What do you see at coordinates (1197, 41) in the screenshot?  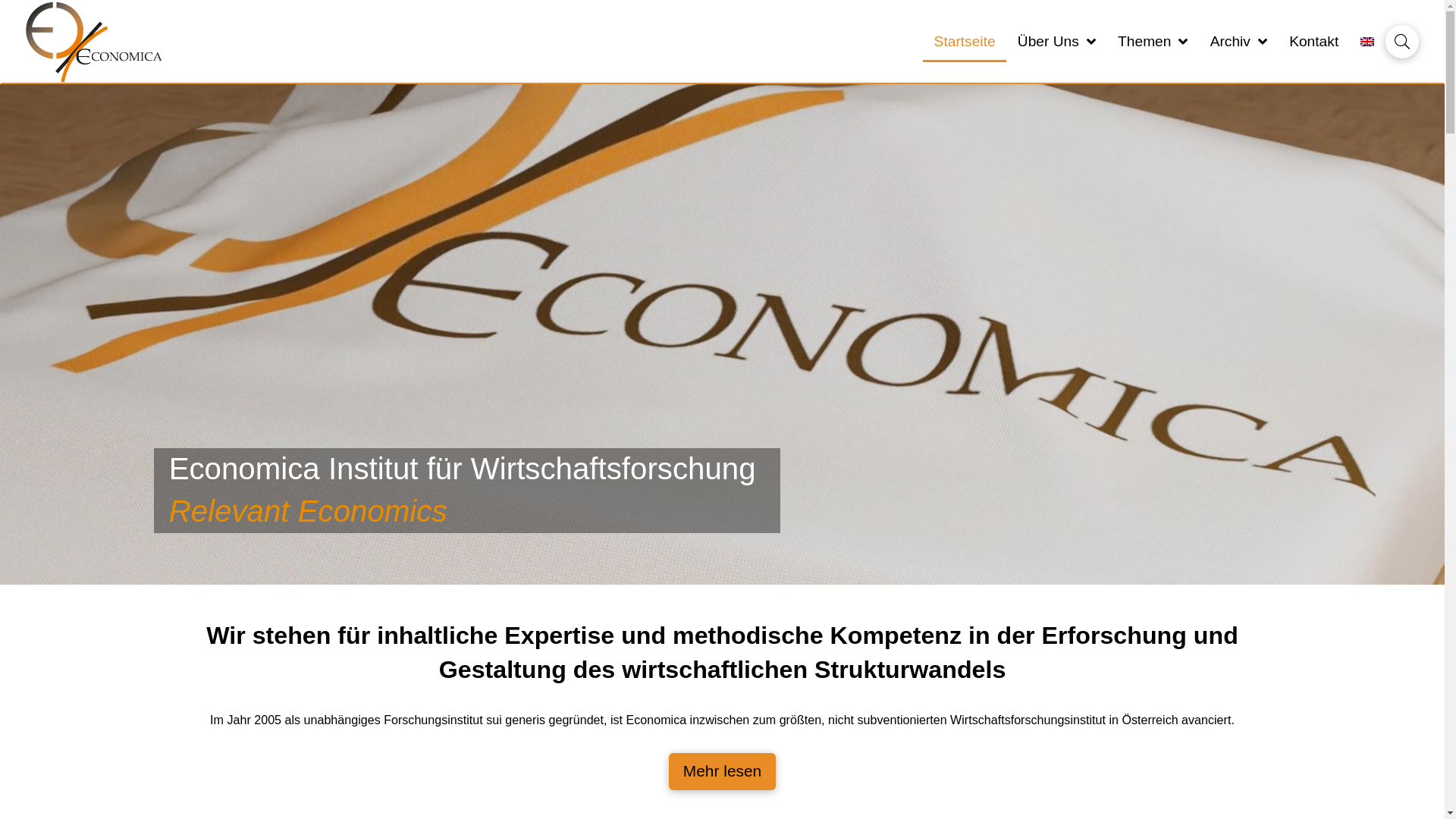 I see `'Archiv'` at bounding box center [1197, 41].